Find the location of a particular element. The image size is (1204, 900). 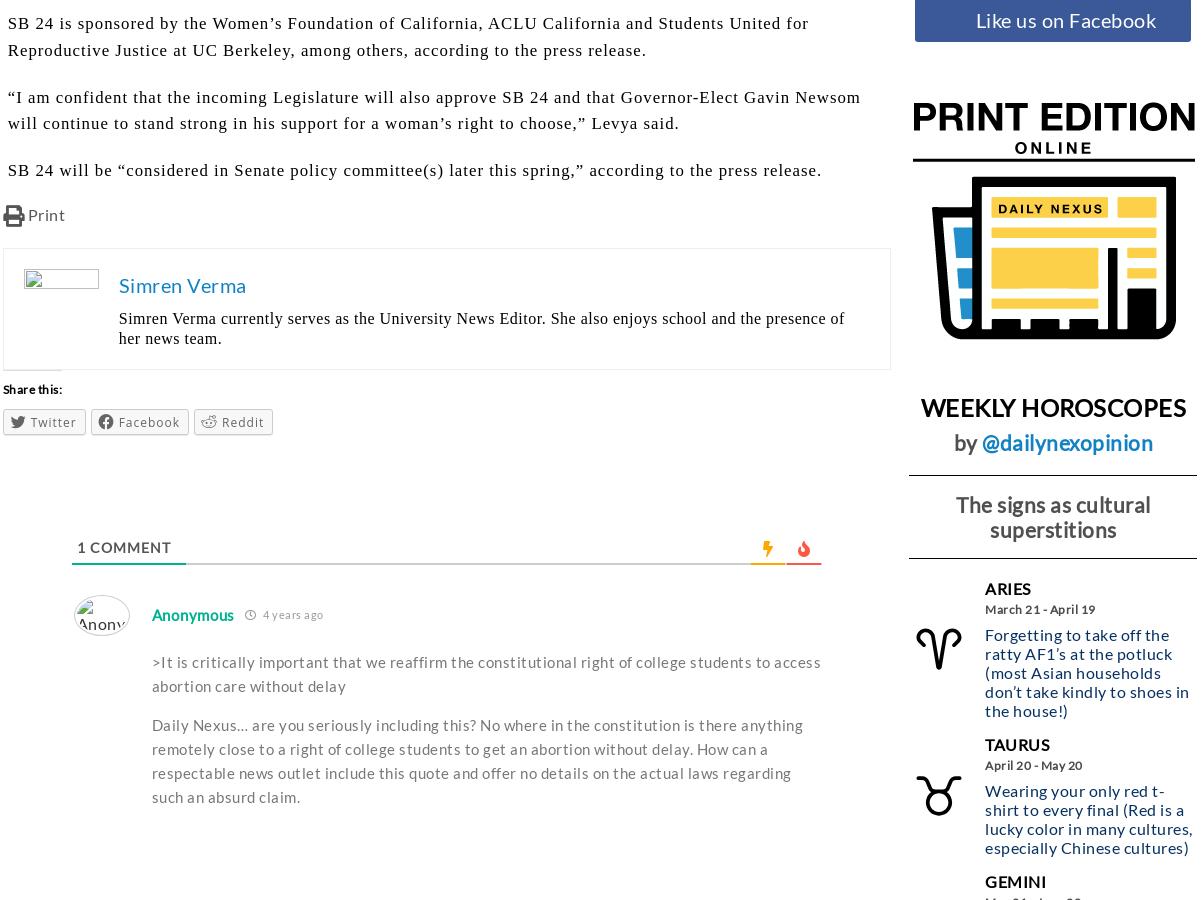

'Daily Nexus… are you seriously including this? No where in the constitution is there anything remotely close to a right of college students to get an abortion without delay. How can a respectable news outlet include this quote and offer no details on the actual laws regarding such an absurd claim.' is located at coordinates (477, 760).